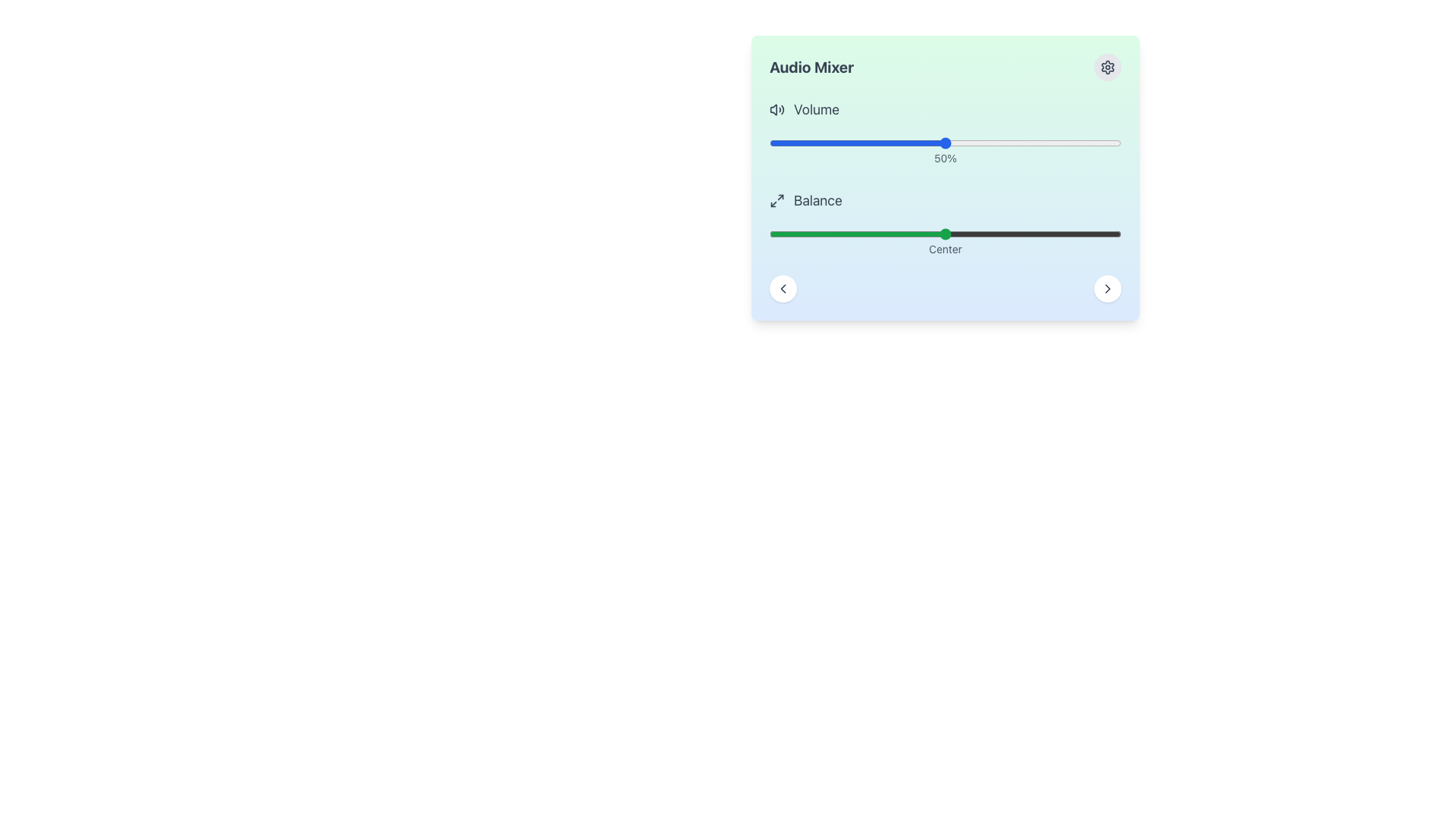 This screenshot has width=1456, height=819. What do you see at coordinates (783, 289) in the screenshot?
I see `the circular Icon Button in the bottom-left corner of the 'Audio Mixer' card` at bounding box center [783, 289].